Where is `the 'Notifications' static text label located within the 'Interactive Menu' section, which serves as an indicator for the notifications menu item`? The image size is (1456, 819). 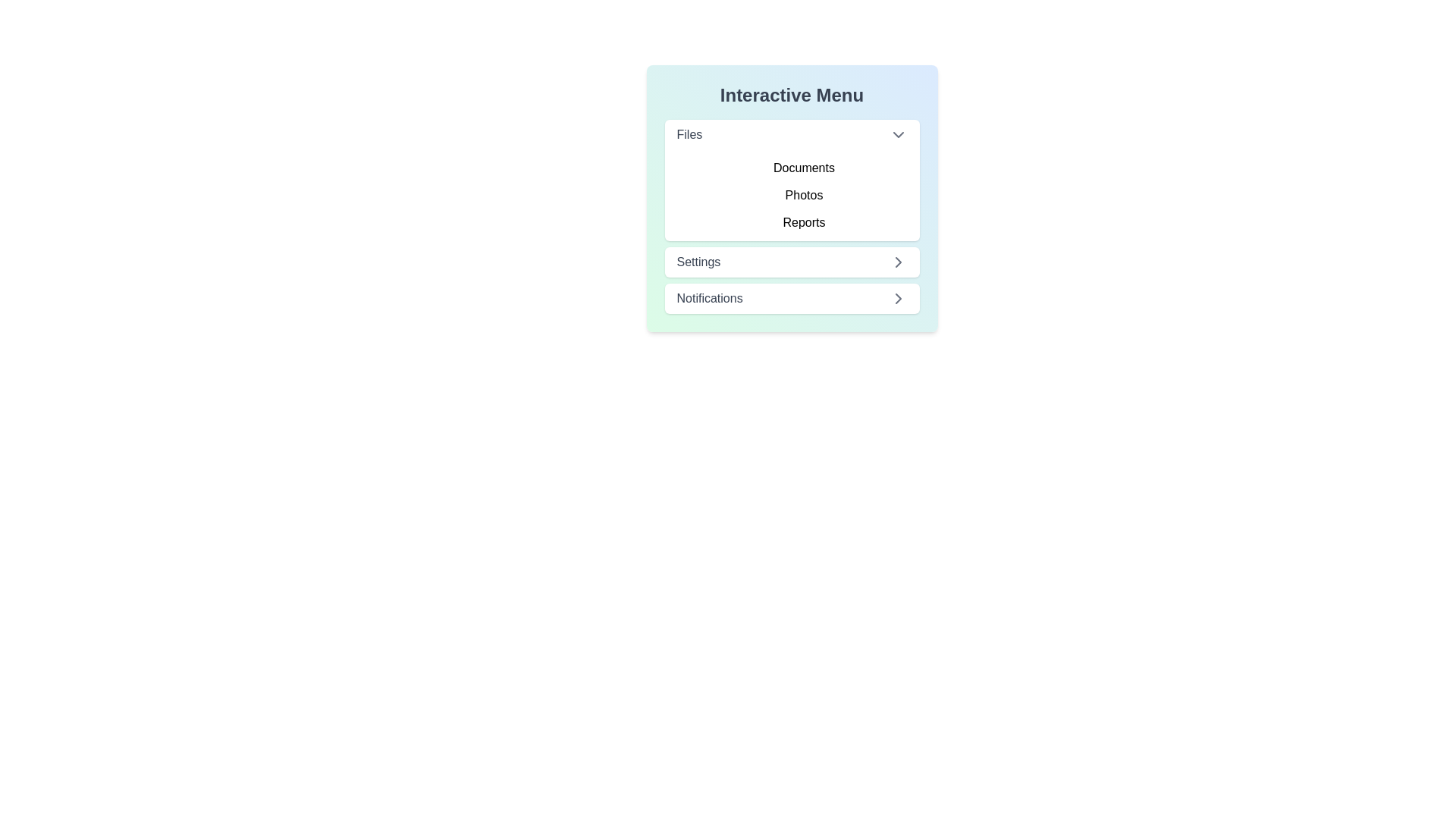 the 'Notifications' static text label located within the 'Interactive Menu' section, which serves as an indicator for the notifications menu item is located at coordinates (709, 298).